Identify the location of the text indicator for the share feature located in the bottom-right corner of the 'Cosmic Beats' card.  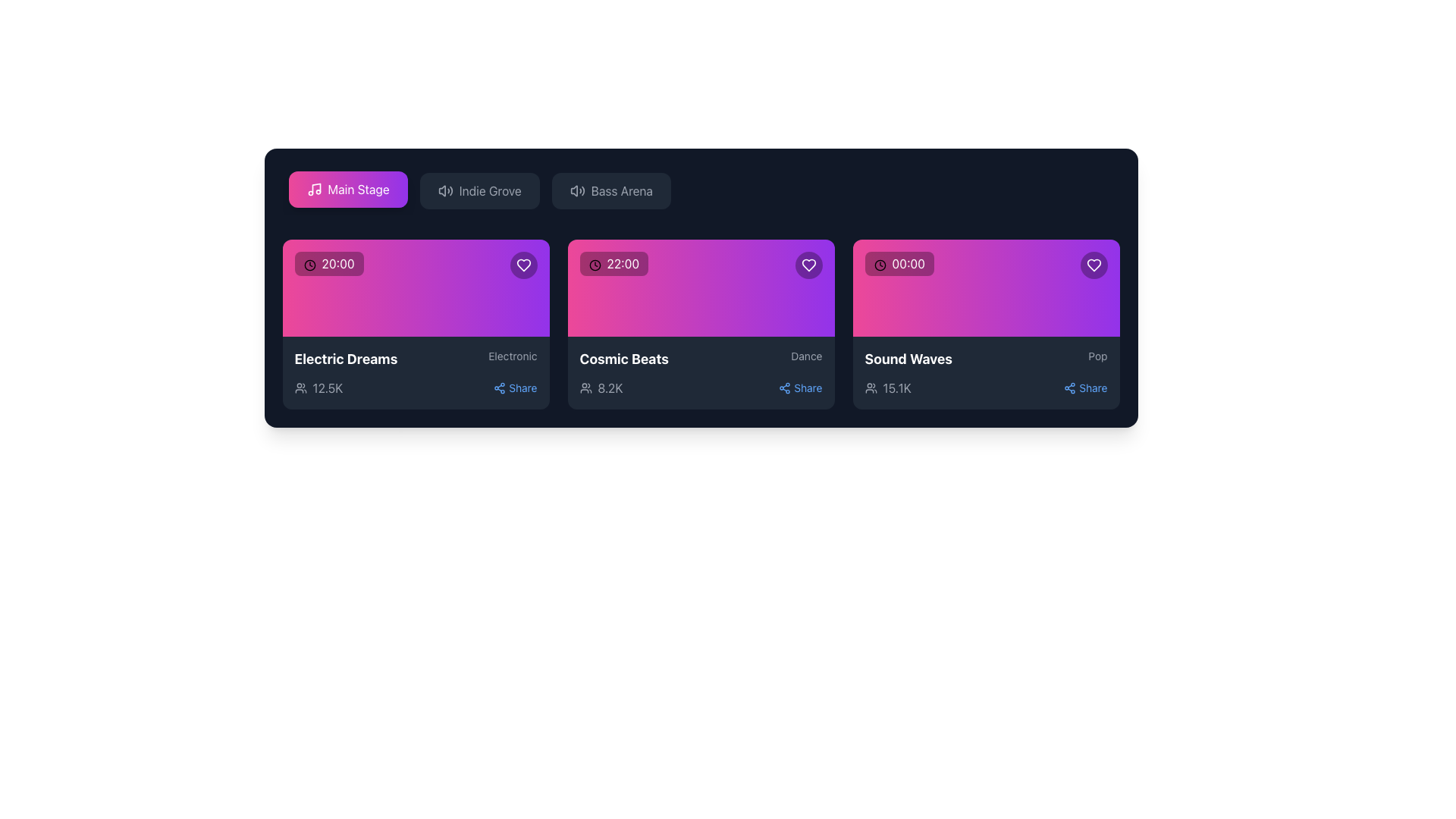
(807, 388).